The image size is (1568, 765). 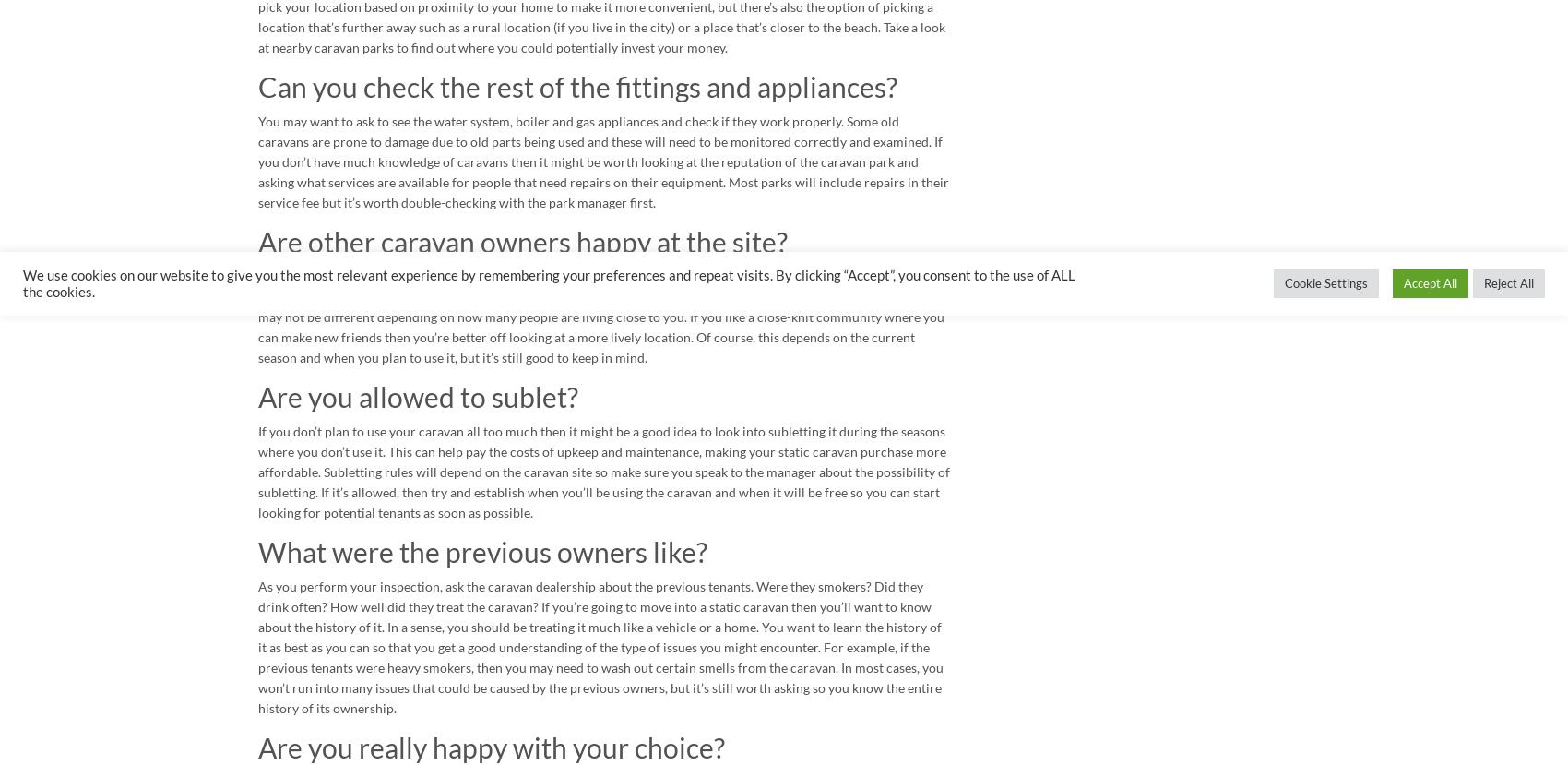 I want to click on 'Are other caravan owners happy at the site?', so click(x=257, y=241).